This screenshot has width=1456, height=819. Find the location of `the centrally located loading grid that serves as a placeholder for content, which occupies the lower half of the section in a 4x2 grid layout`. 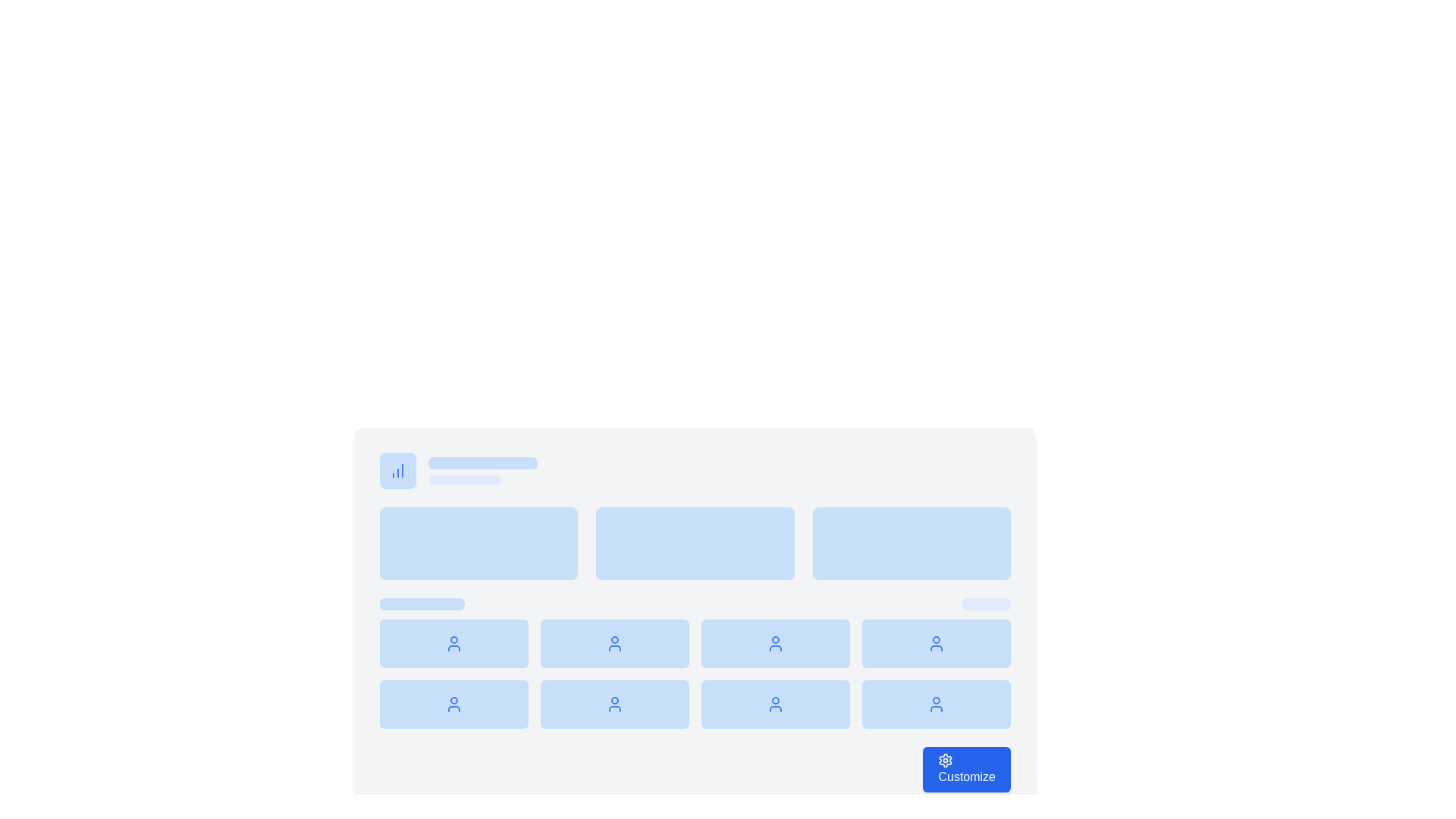

the centrally located loading grid that serves as a placeholder for content, which occupies the lower half of the section in a 4x2 grid layout is located at coordinates (694, 673).